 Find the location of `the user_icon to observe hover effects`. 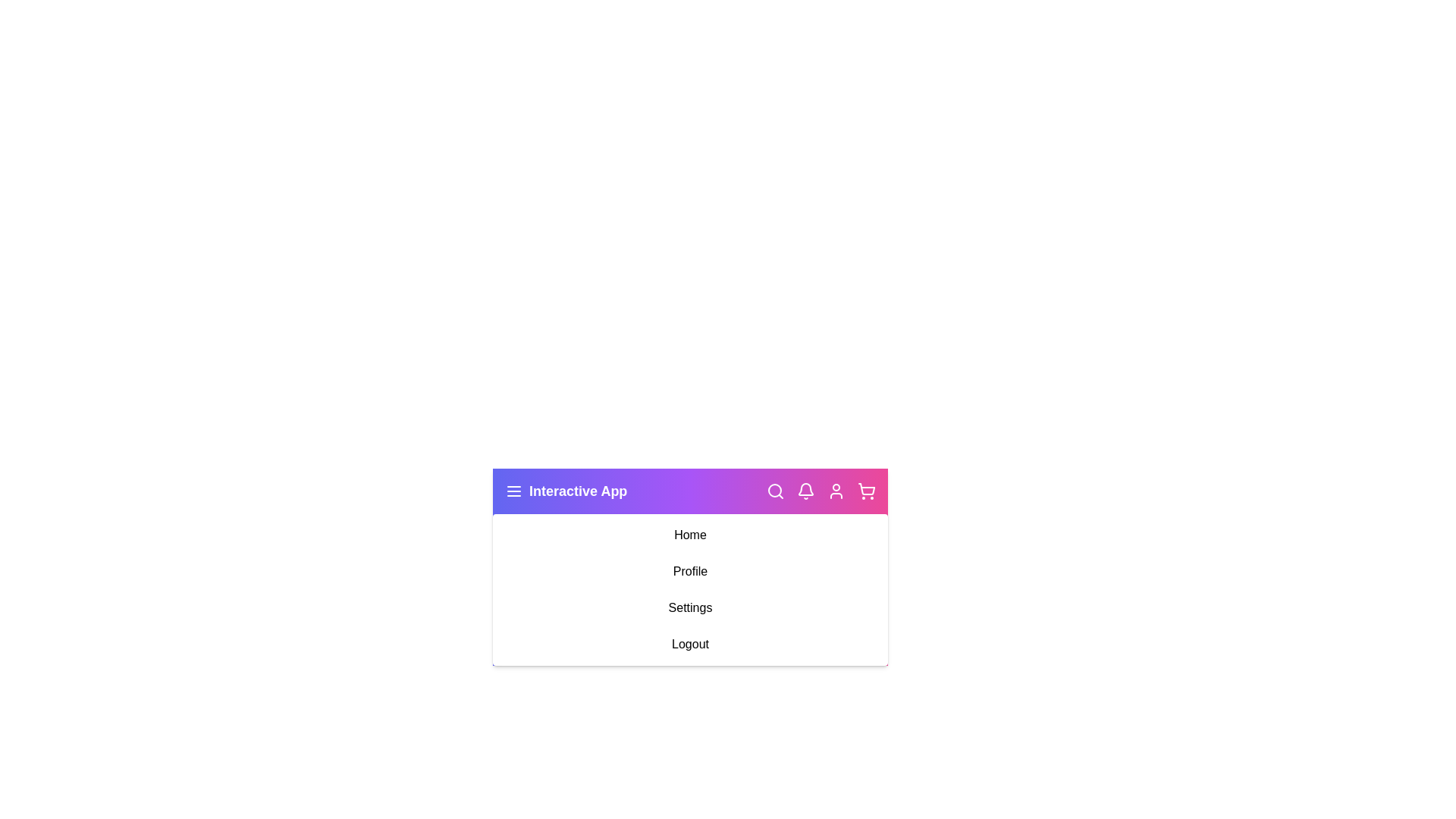

the user_icon to observe hover effects is located at coordinates (836, 491).